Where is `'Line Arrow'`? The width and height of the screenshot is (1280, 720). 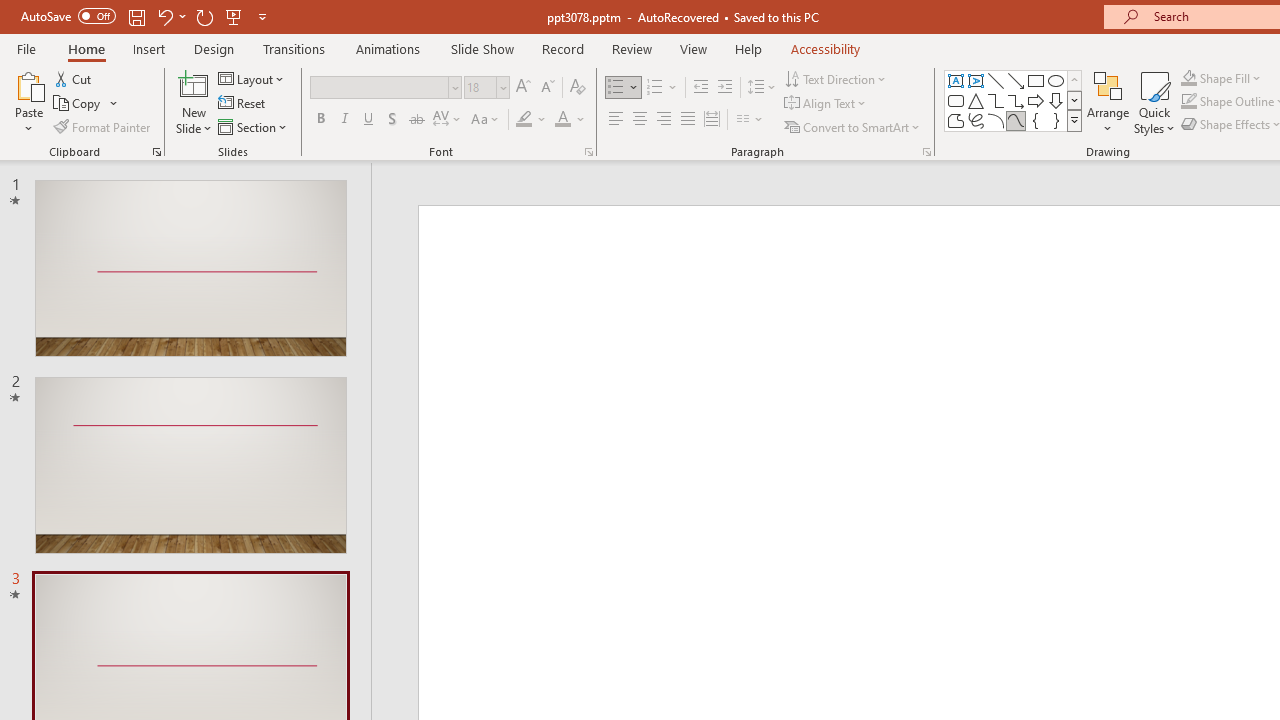
'Line Arrow' is located at coordinates (1016, 80).